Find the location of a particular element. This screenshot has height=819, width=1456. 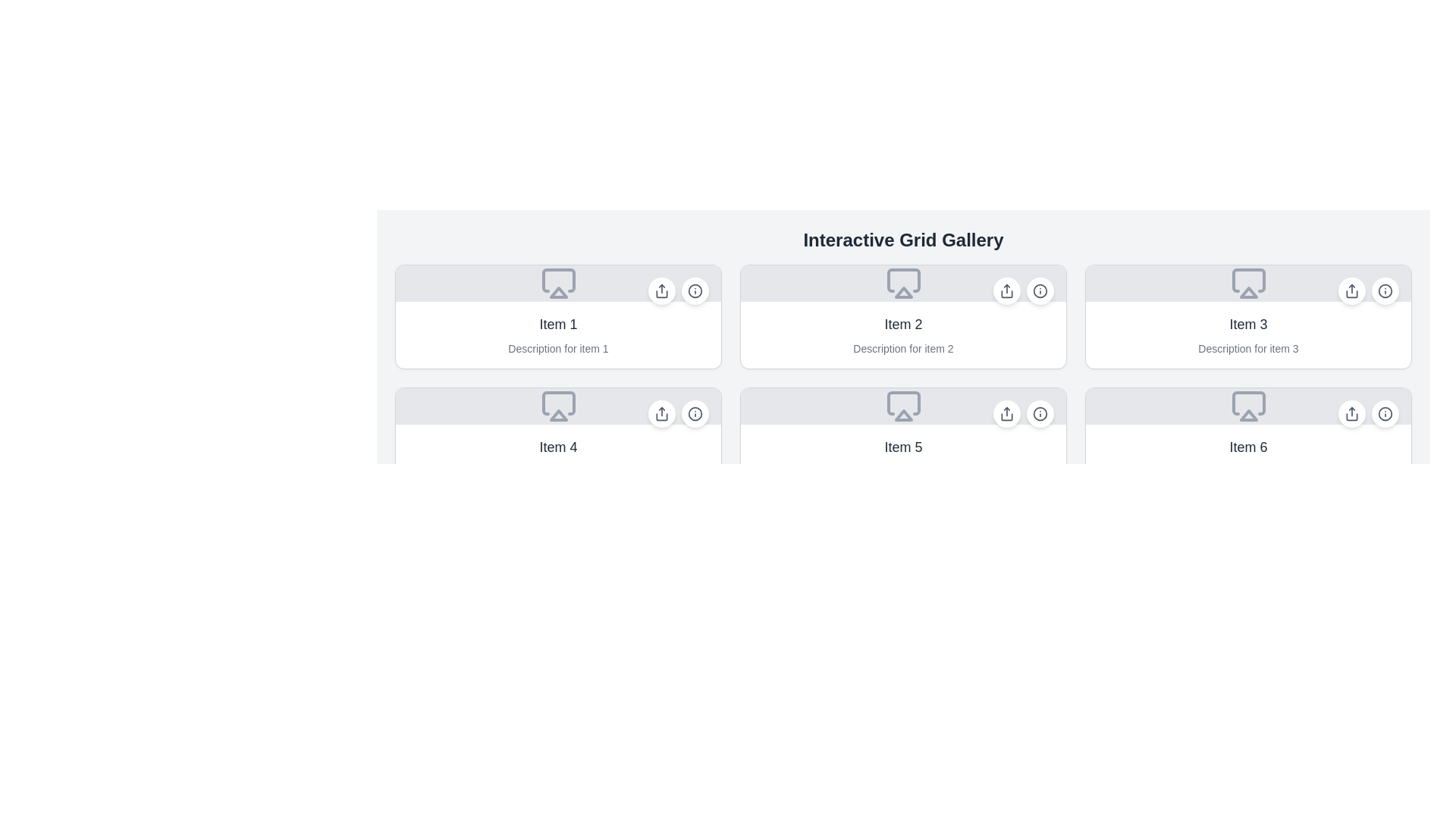

the circular share button with a white background and upward-pointing arrow icon located in the upper-right corner of the 'Item 1' card is located at coordinates (662, 291).